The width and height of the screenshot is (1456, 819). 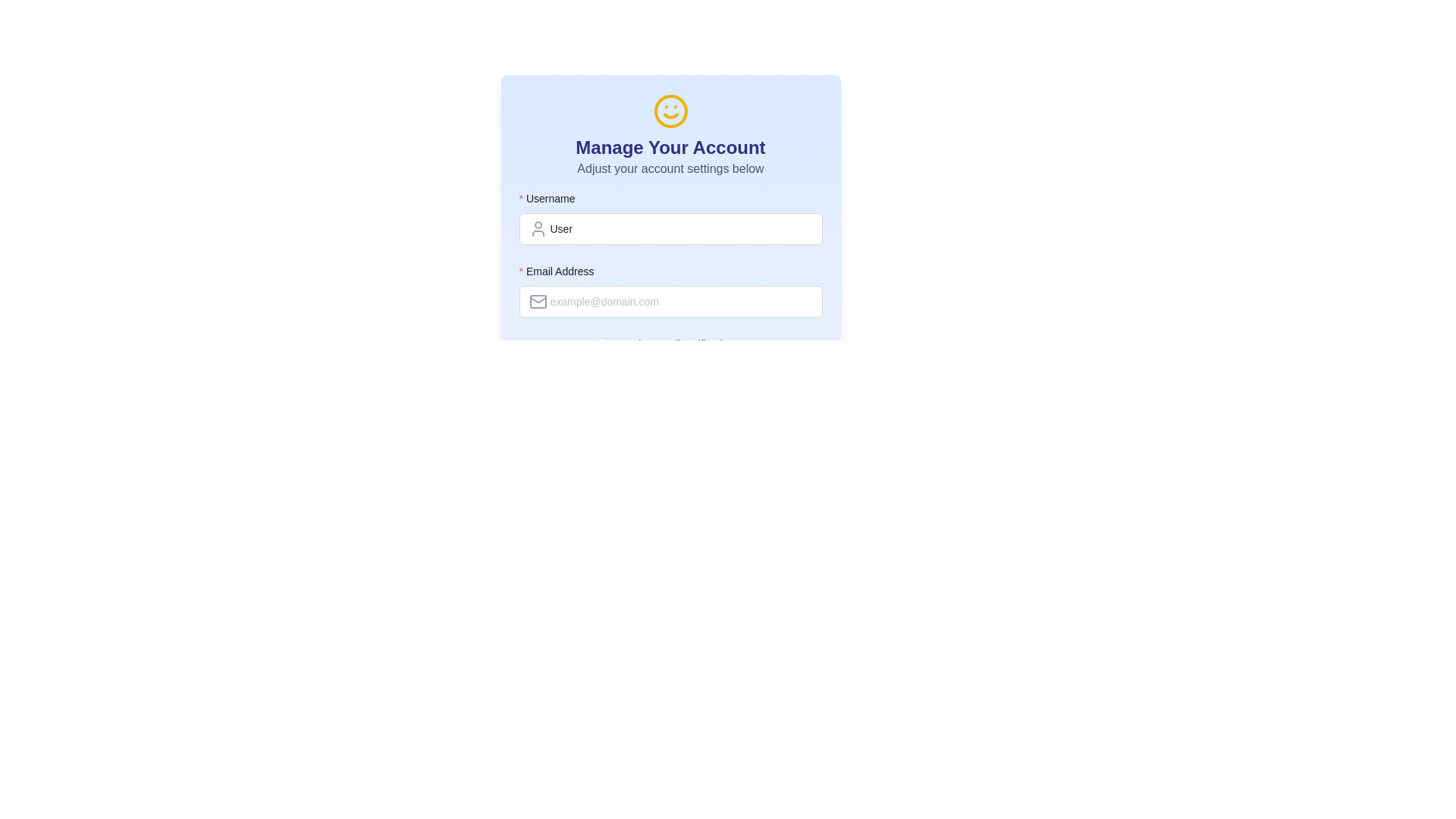 What do you see at coordinates (670, 169) in the screenshot?
I see `the text label that contains the message 'Adjust your account settings below', which is styled in light gray and positioned below the heading 'Manage Your Account'` at bounding box center [670, 169].